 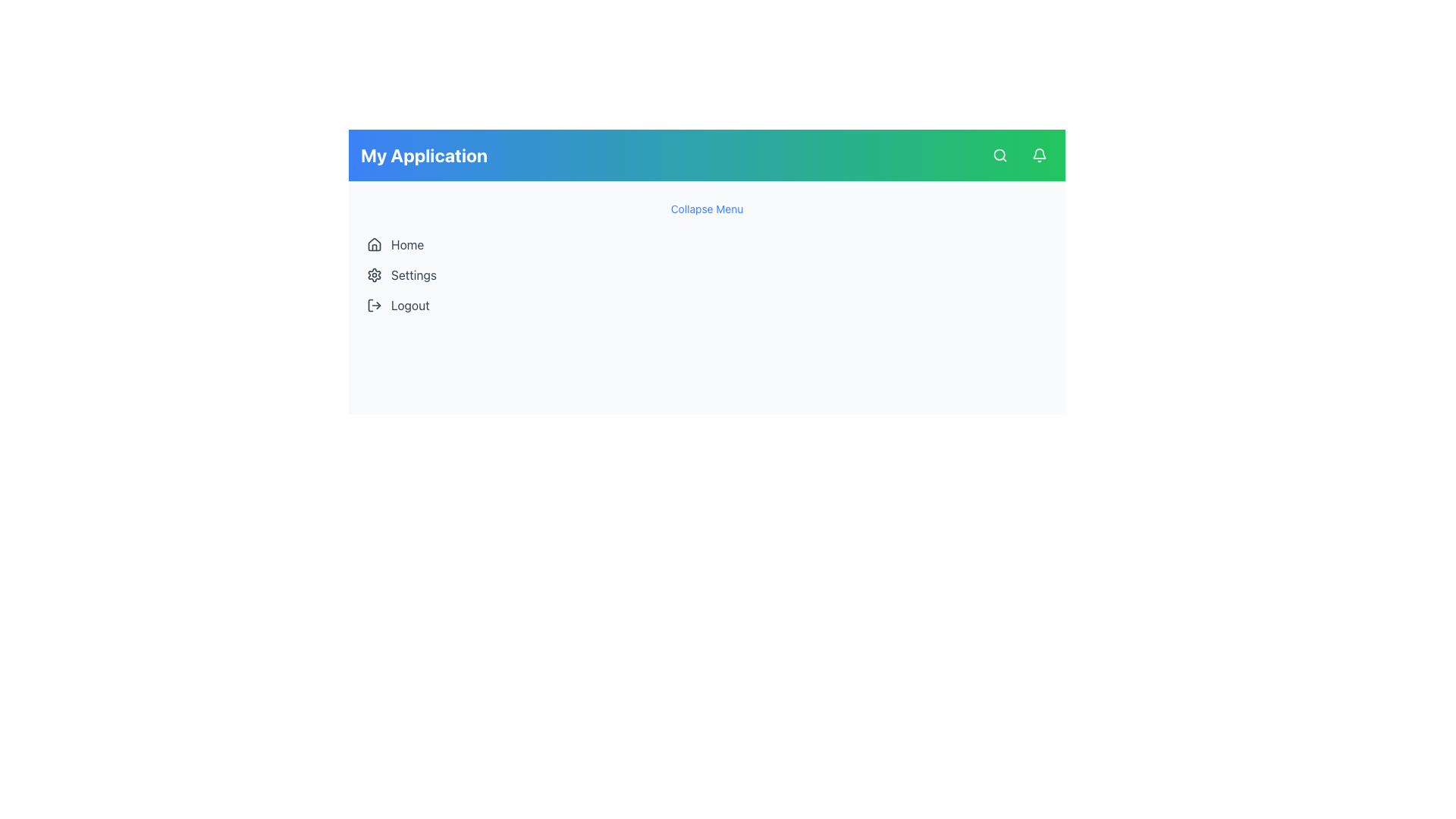 I want to click on the 'Home' navigation label in the vertical menu of 'My Application', which indicates the purpose of the associated menu option, so click(x=407, y=244).